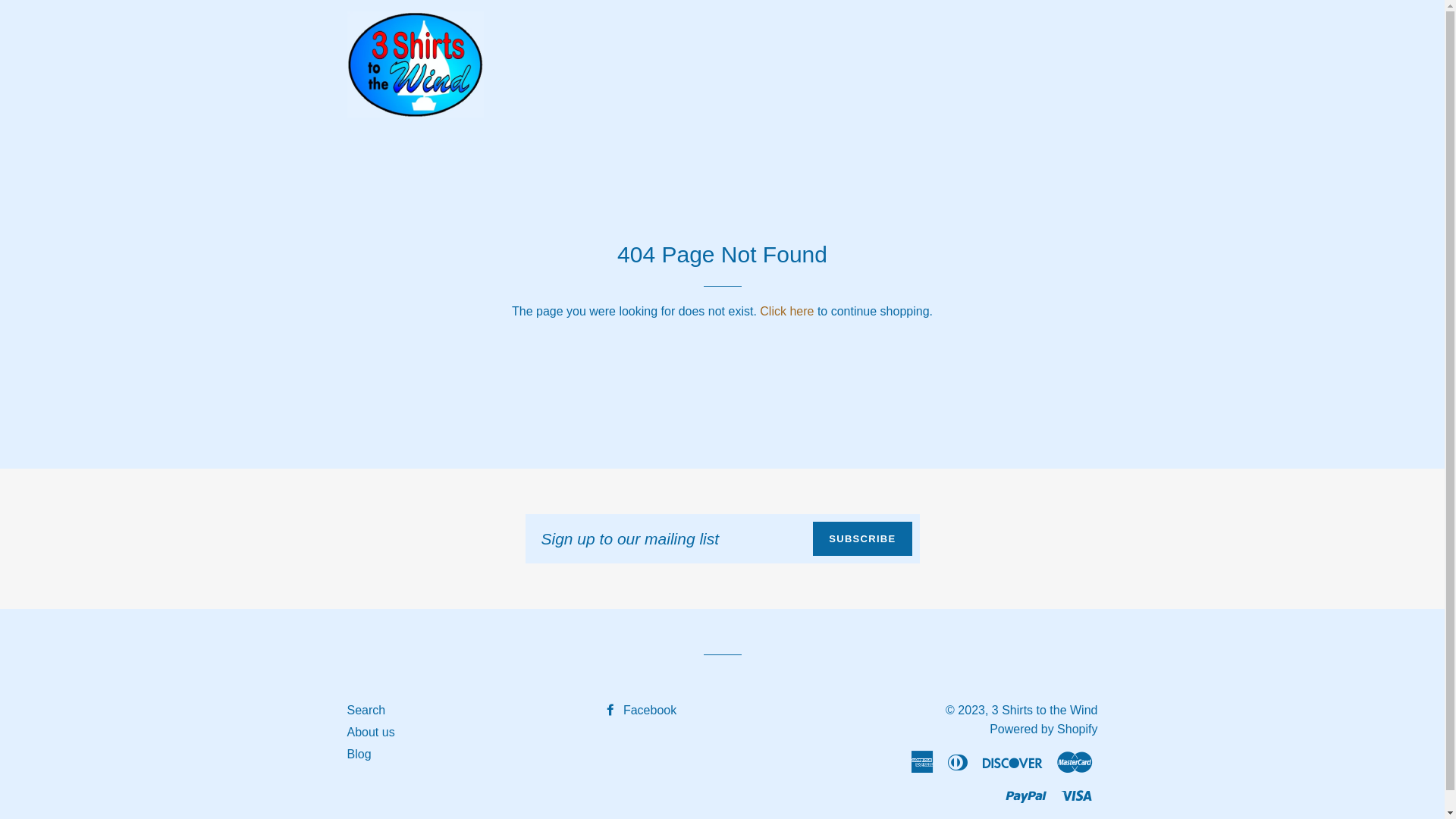  I want to click on 'Blog', so click(359, 754).